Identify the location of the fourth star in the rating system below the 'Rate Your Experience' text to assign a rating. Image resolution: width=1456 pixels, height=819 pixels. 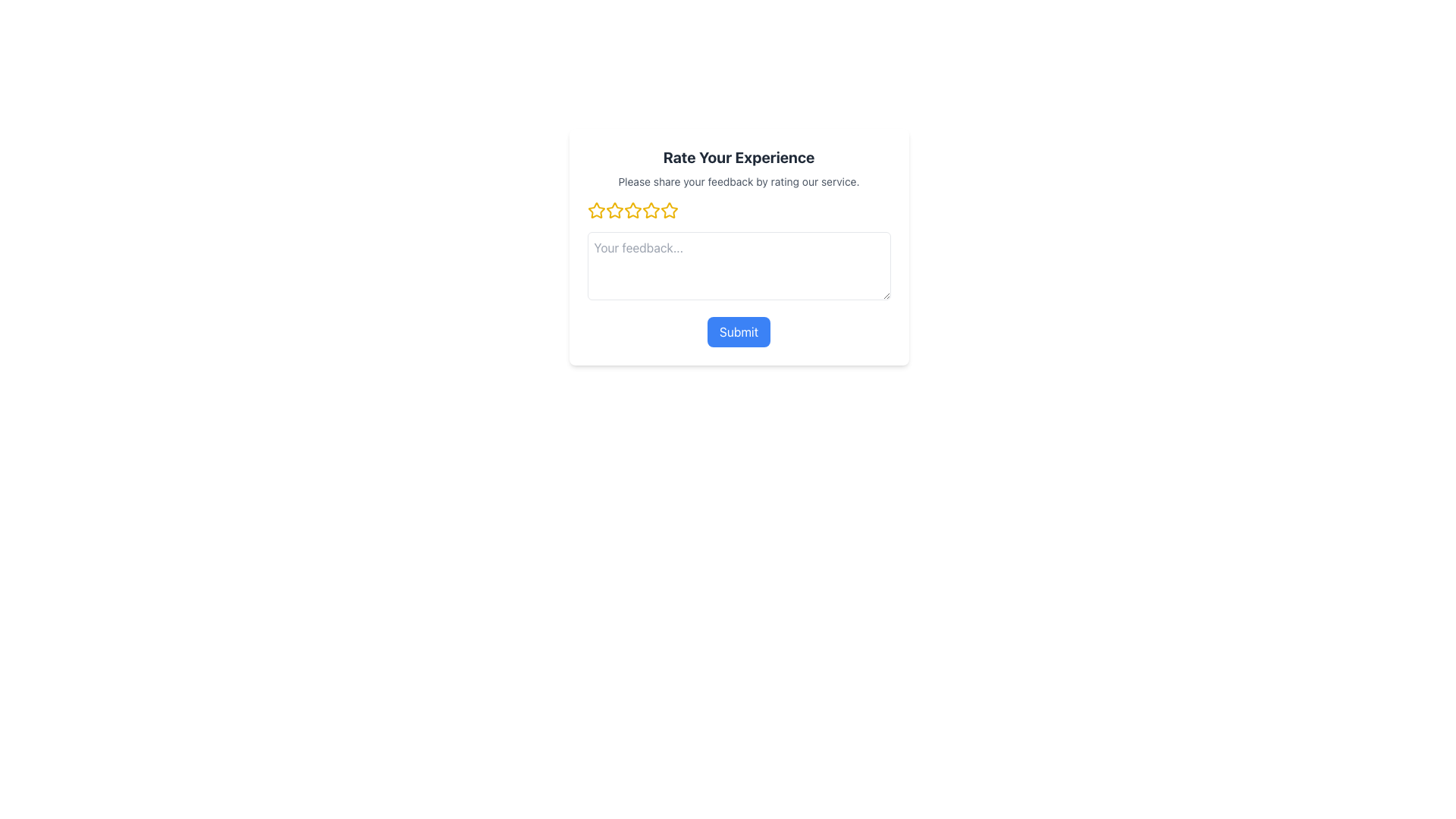
(668, 210).